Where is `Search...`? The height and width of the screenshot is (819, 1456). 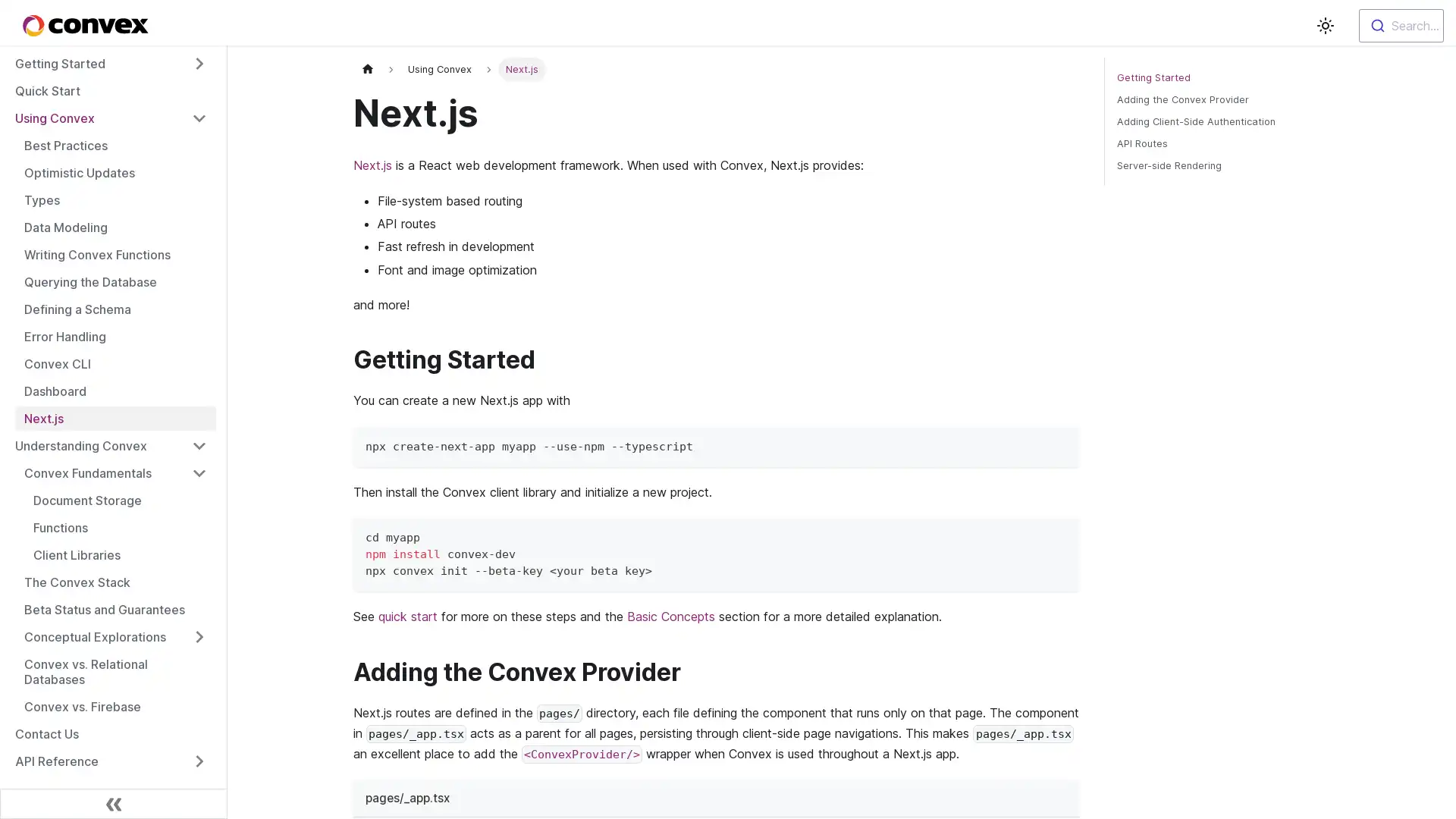 Search... is located at coordinates (1401, 26).